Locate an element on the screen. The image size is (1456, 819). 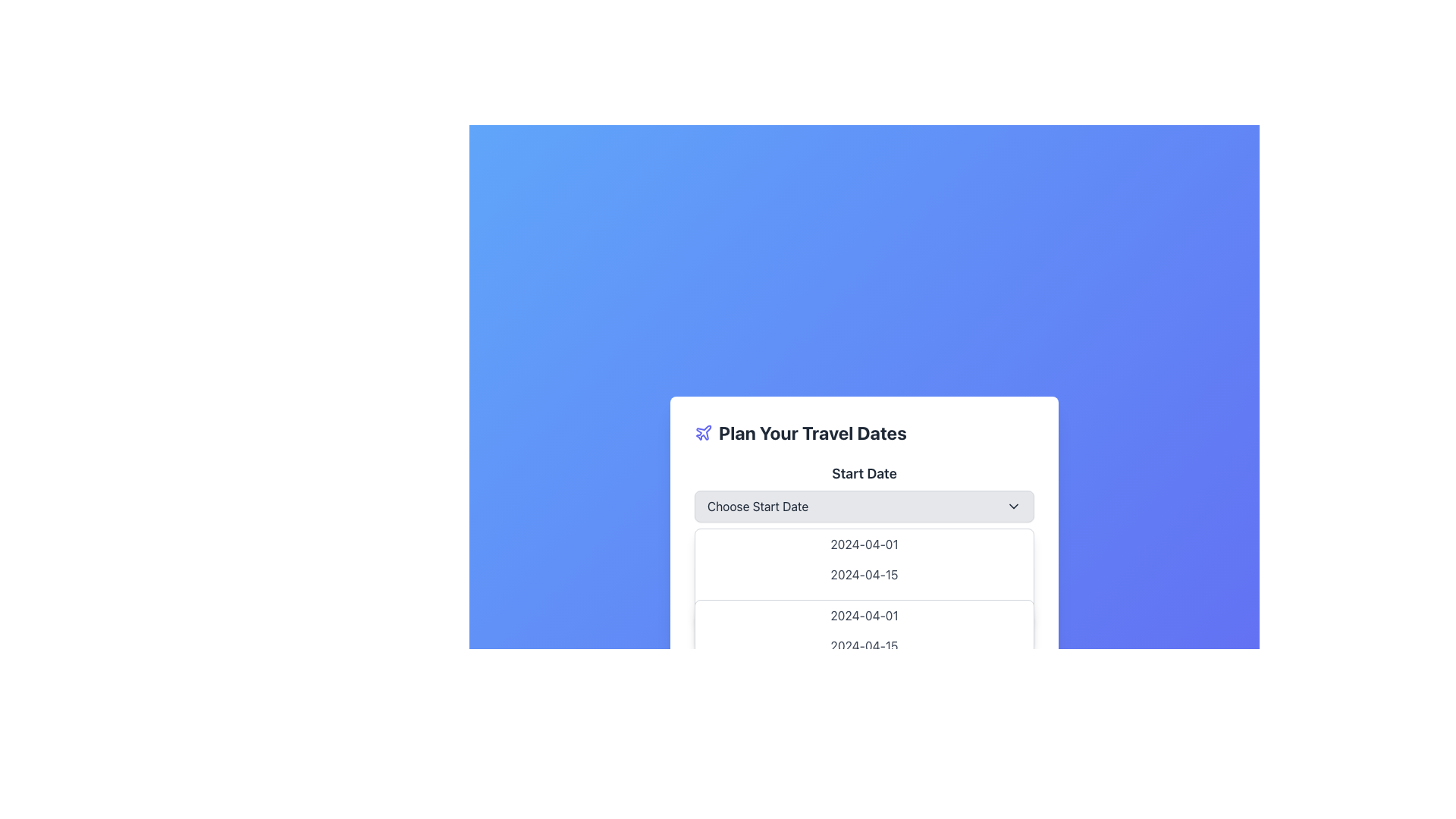
the second item in the dropdown menu displaying the date '2024-04-15' is located at coordinates (864, 578).